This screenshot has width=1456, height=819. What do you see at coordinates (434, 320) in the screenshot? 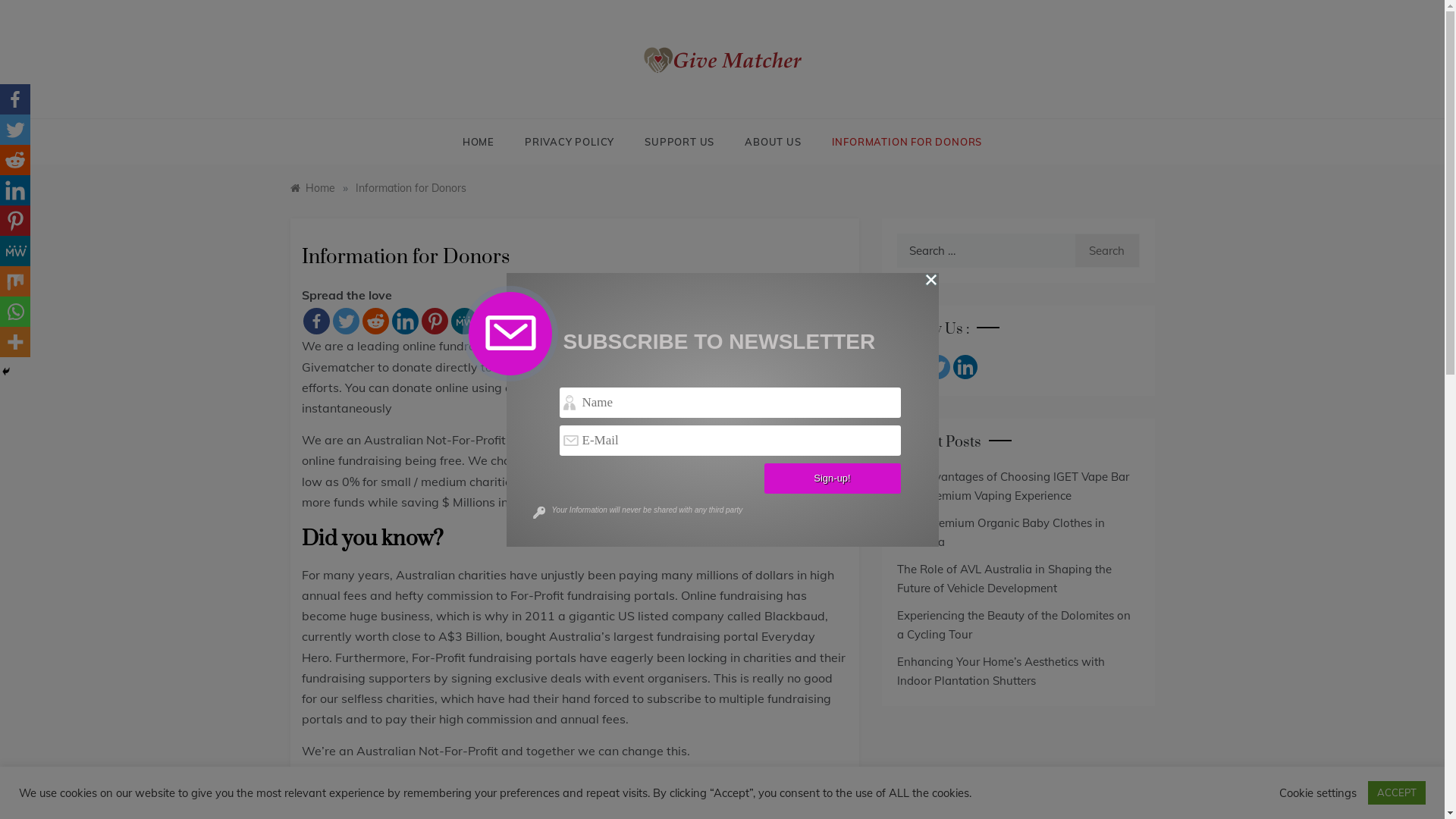
I see `'Pinterest'` at bounding box center [434, 320].